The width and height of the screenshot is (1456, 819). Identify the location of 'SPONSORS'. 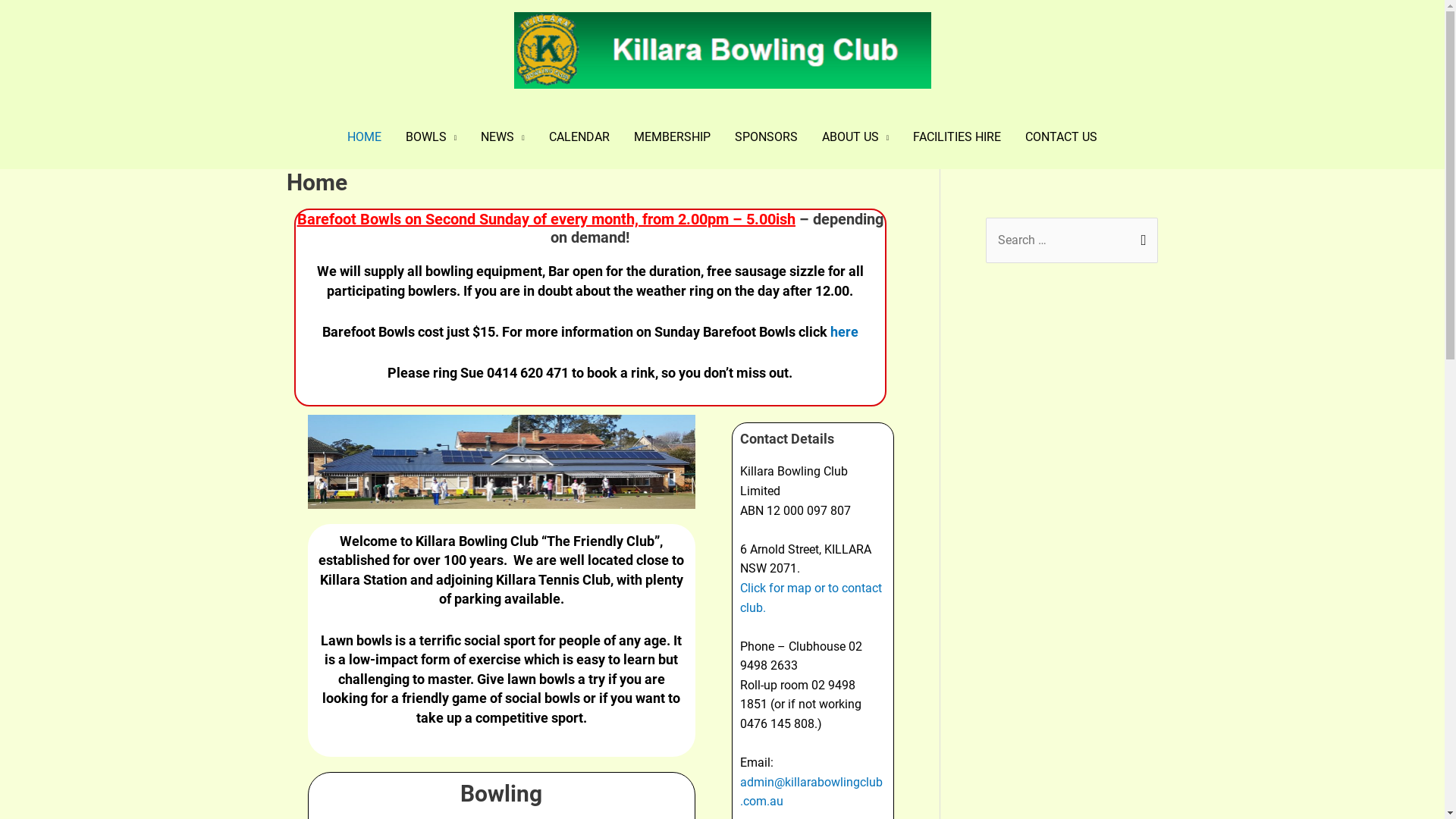
(766, 137).